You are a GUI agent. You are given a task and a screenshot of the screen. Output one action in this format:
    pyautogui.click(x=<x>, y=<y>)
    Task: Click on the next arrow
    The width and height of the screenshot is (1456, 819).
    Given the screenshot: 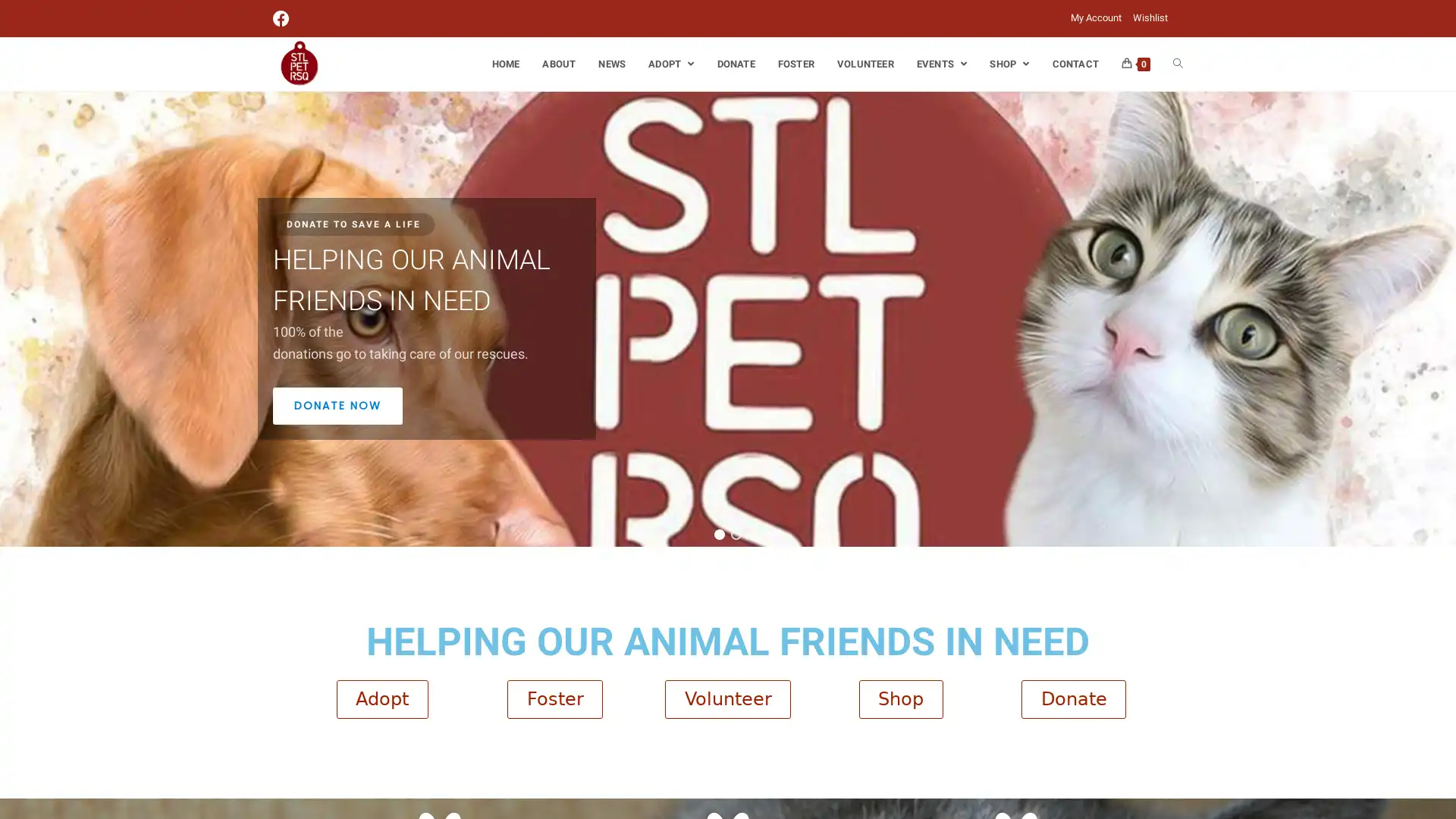 What is the action you would take?
    pyautogui.click(x=1439, y=318)
    